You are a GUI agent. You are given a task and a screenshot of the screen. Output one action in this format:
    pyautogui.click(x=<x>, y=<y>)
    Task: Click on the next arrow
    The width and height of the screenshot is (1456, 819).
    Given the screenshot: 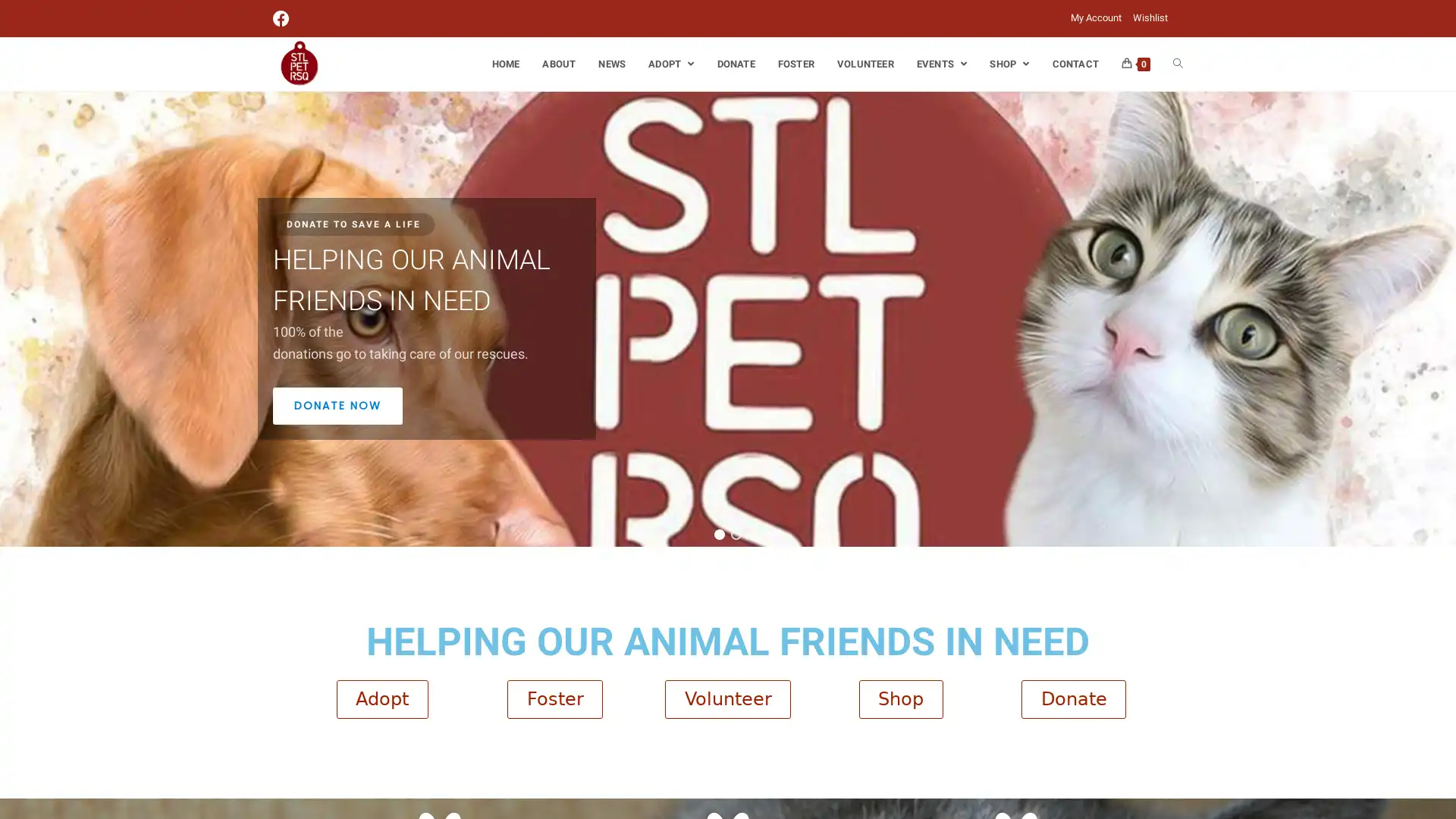 What is the action you would take?
    pyautogui.click(x=1439, y=318)
    